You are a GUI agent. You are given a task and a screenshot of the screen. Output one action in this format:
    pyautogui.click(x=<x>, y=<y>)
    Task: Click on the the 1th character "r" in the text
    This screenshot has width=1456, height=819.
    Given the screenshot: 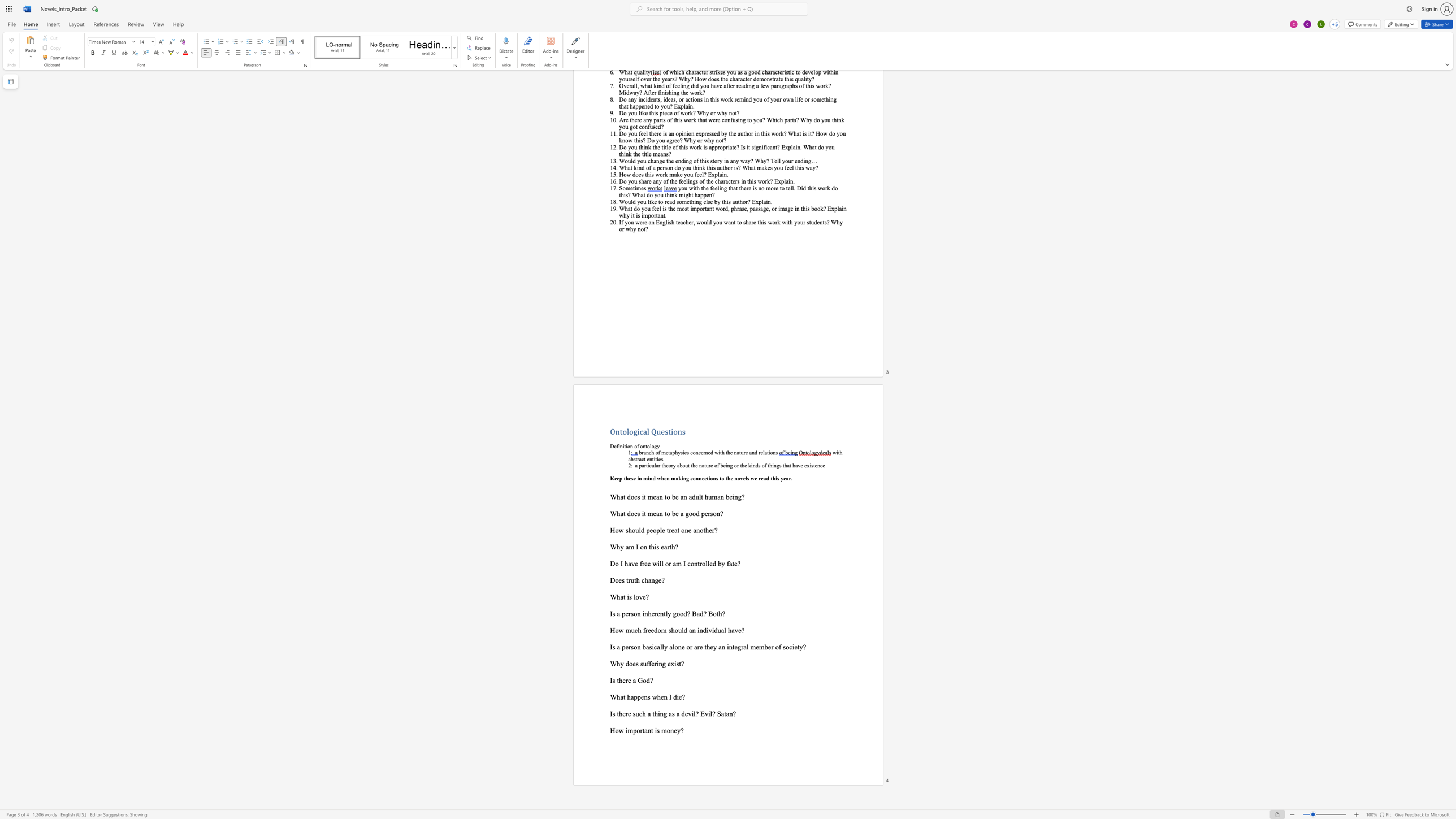 What is the action you would take?
    pyautogui.click(x=655, y=664)
    